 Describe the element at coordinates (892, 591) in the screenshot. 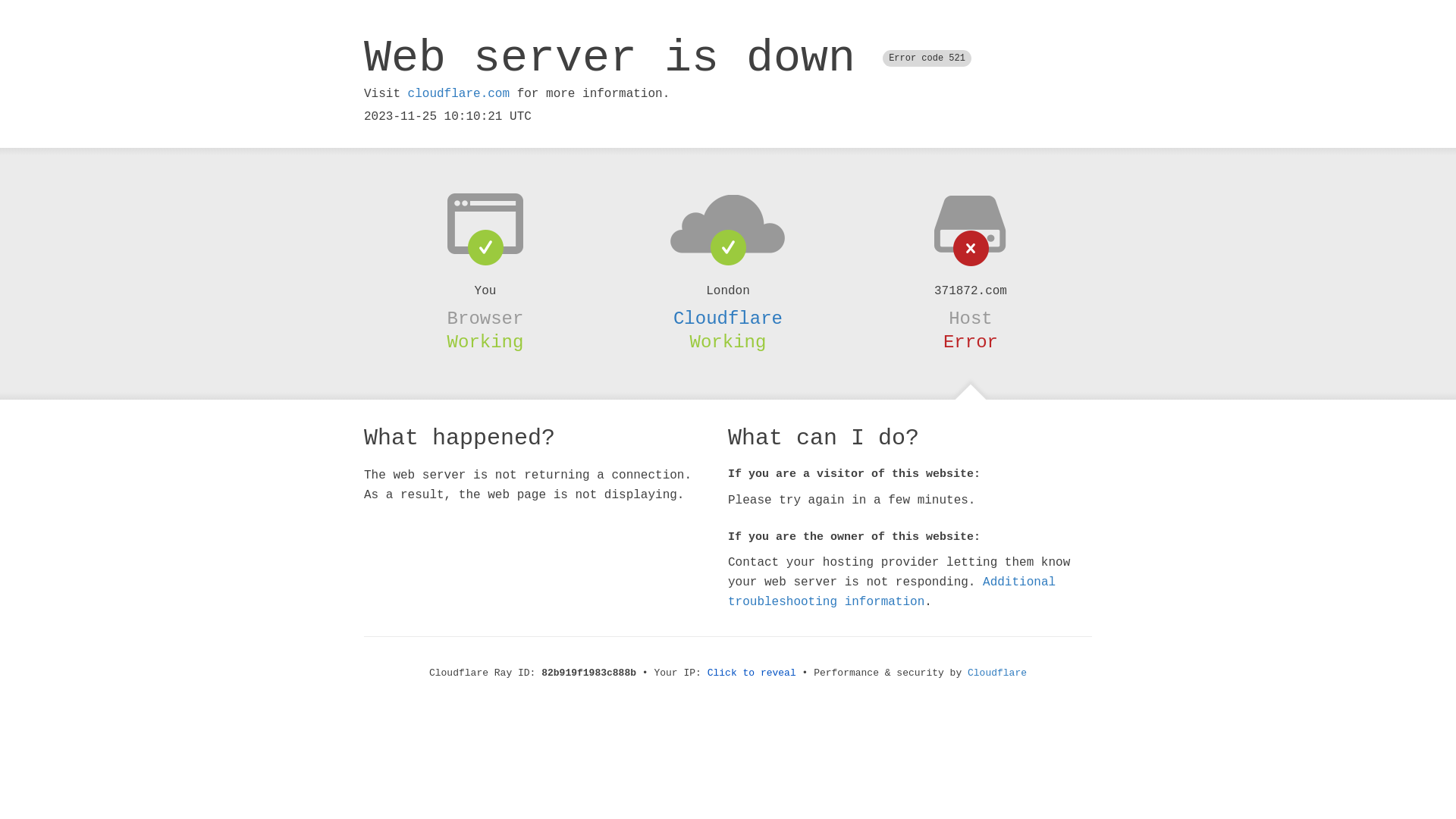

I see `'Additional troubleshooting information'` at that location.